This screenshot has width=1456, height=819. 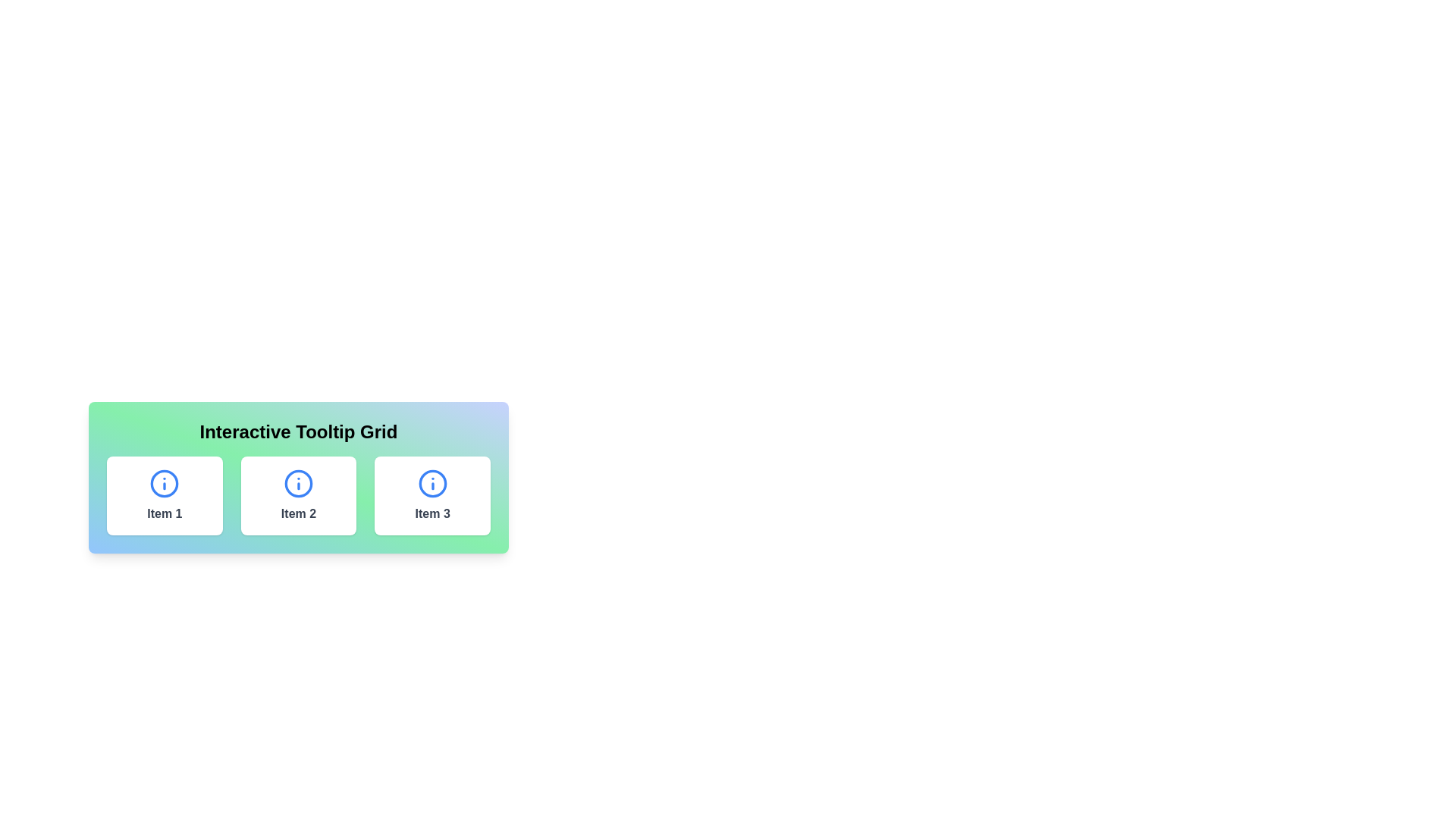 What do you see at coordinates (431, 483) in the screenshot?
I see `the blue circular SVG element located in the center of the third column of the grid` at bounding box center [431, 483].